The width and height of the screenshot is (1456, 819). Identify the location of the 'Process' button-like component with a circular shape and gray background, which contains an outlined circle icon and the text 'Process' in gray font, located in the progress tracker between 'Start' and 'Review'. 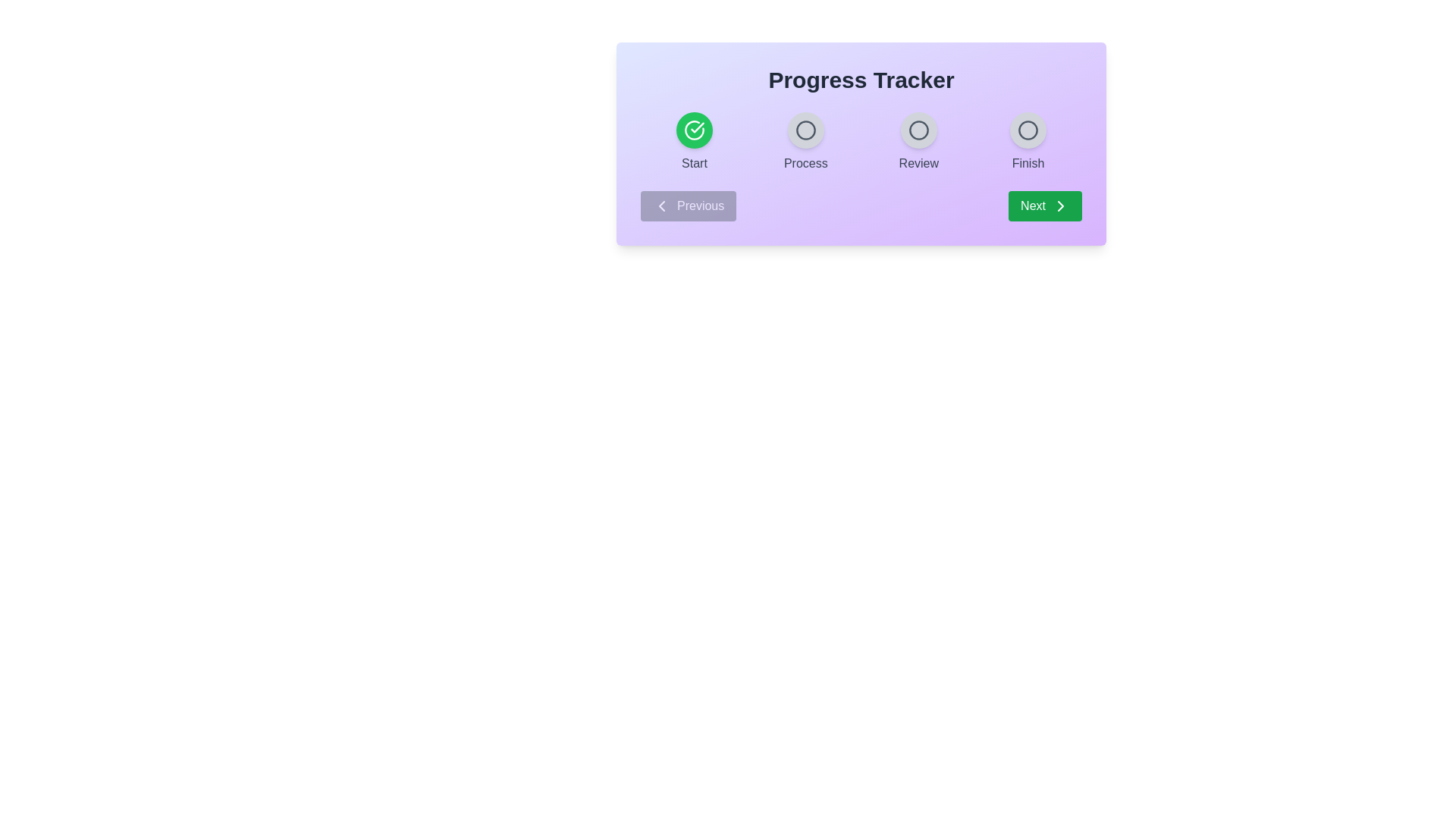
(805, 143).